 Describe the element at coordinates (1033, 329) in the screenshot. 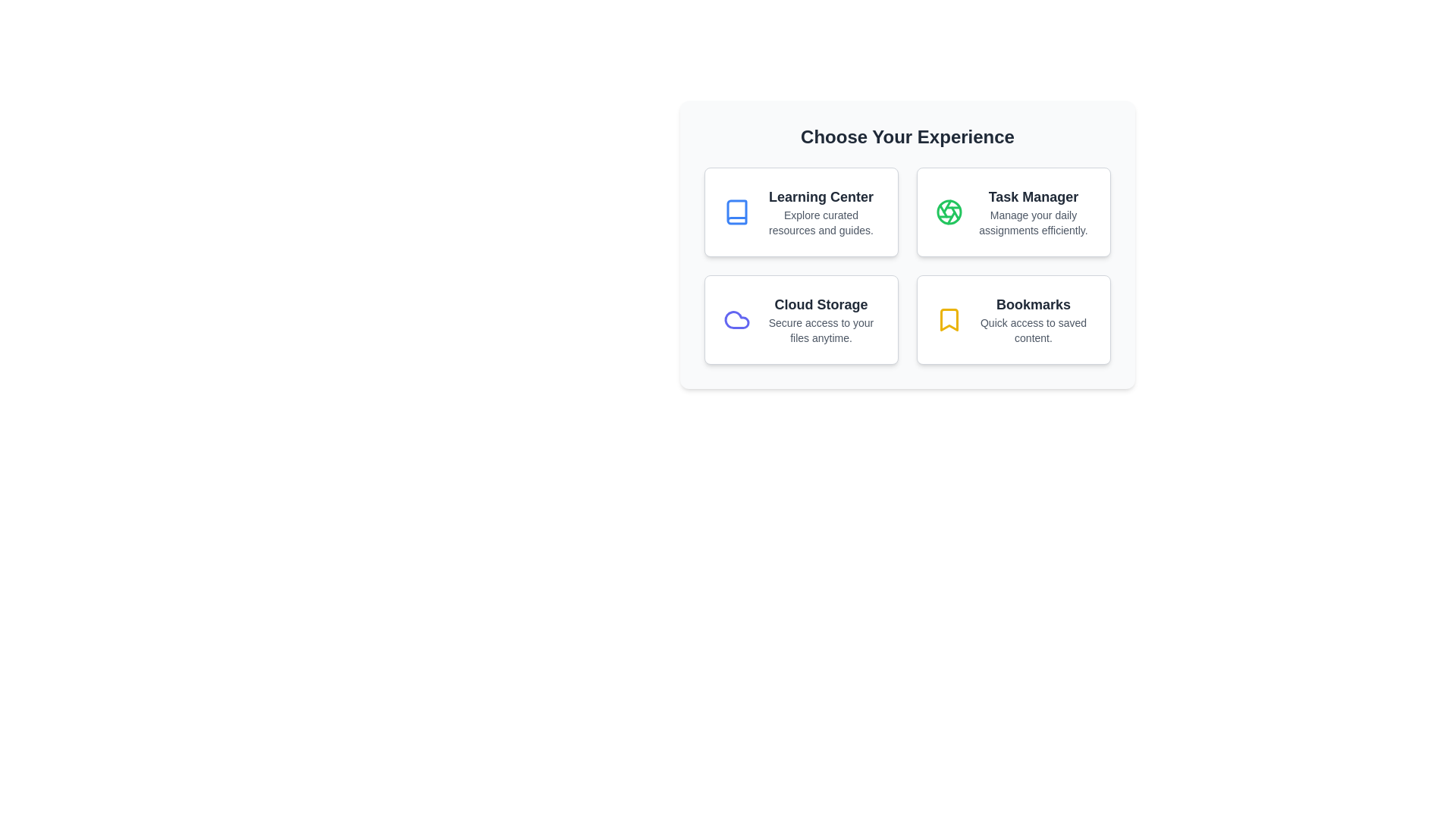

I see `the descriptive text element associated with the 'Bookmarks' feature, located in the bottom row of the 2x2 grid layout` at that location.